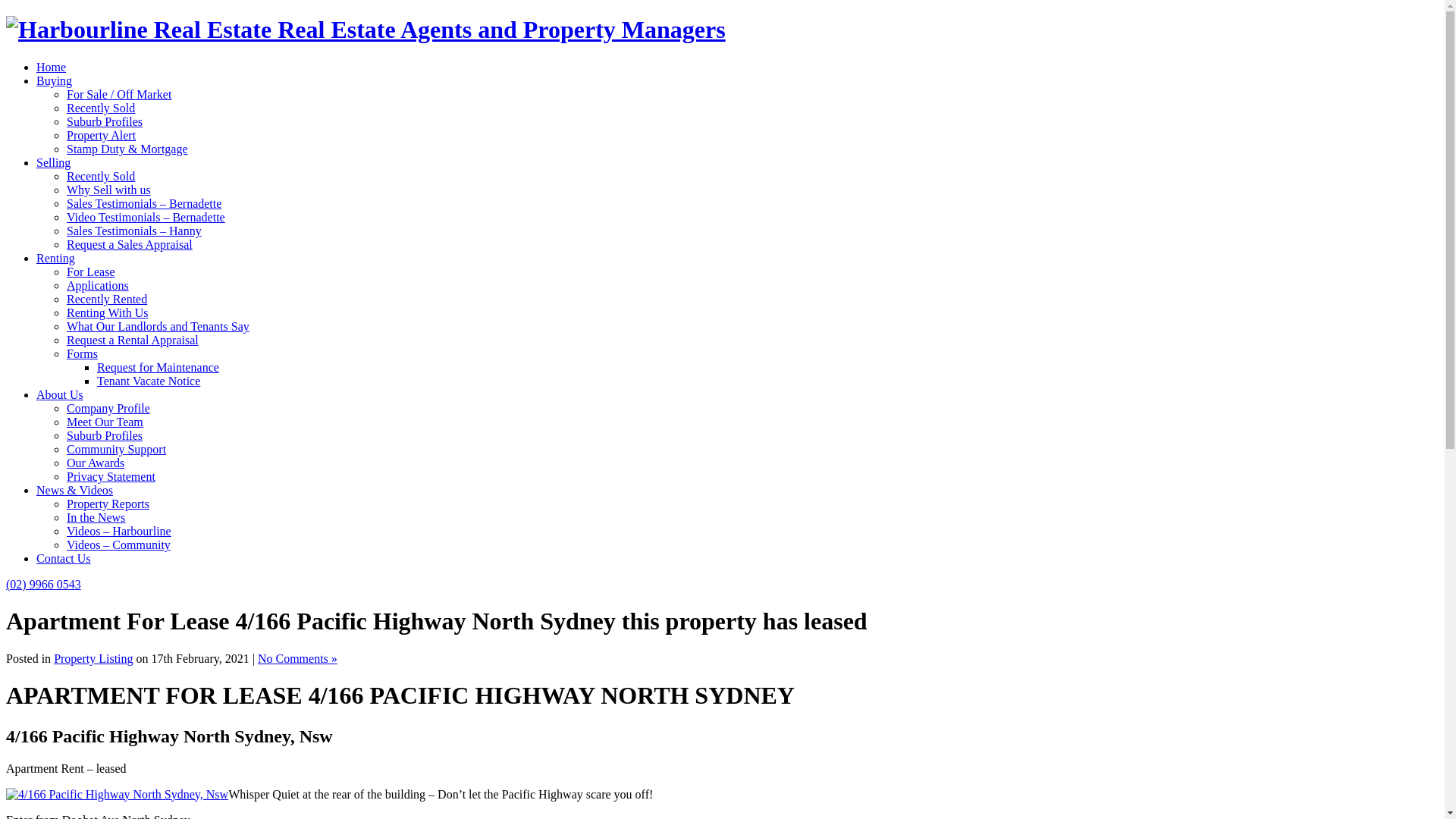  What do you see at coordinates (65, 516) in the screenshot?
I see `'In the News'` at bounding box center [65, 516].